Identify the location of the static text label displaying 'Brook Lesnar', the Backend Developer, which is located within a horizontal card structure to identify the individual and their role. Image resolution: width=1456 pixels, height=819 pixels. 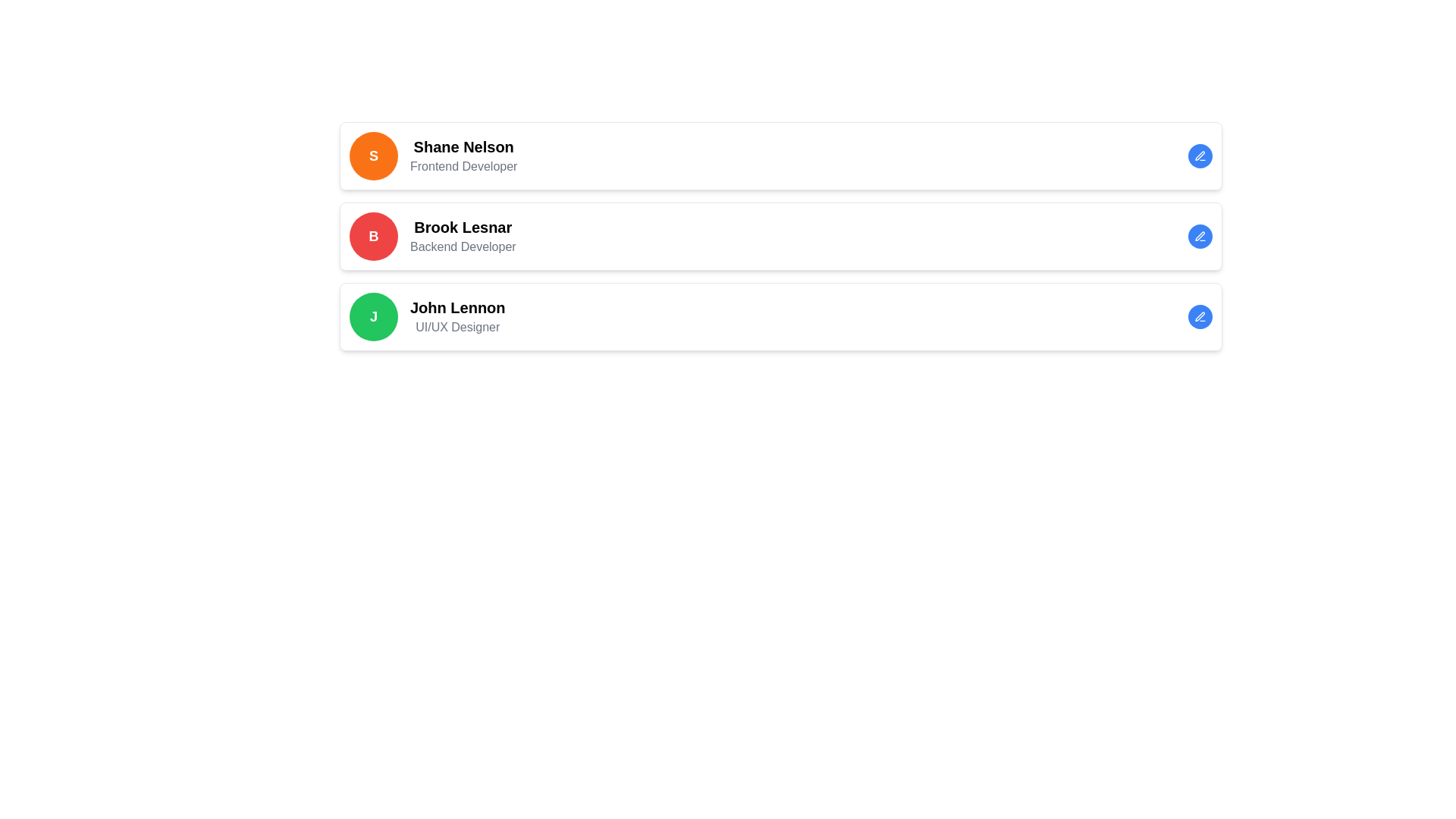
(462, 237).